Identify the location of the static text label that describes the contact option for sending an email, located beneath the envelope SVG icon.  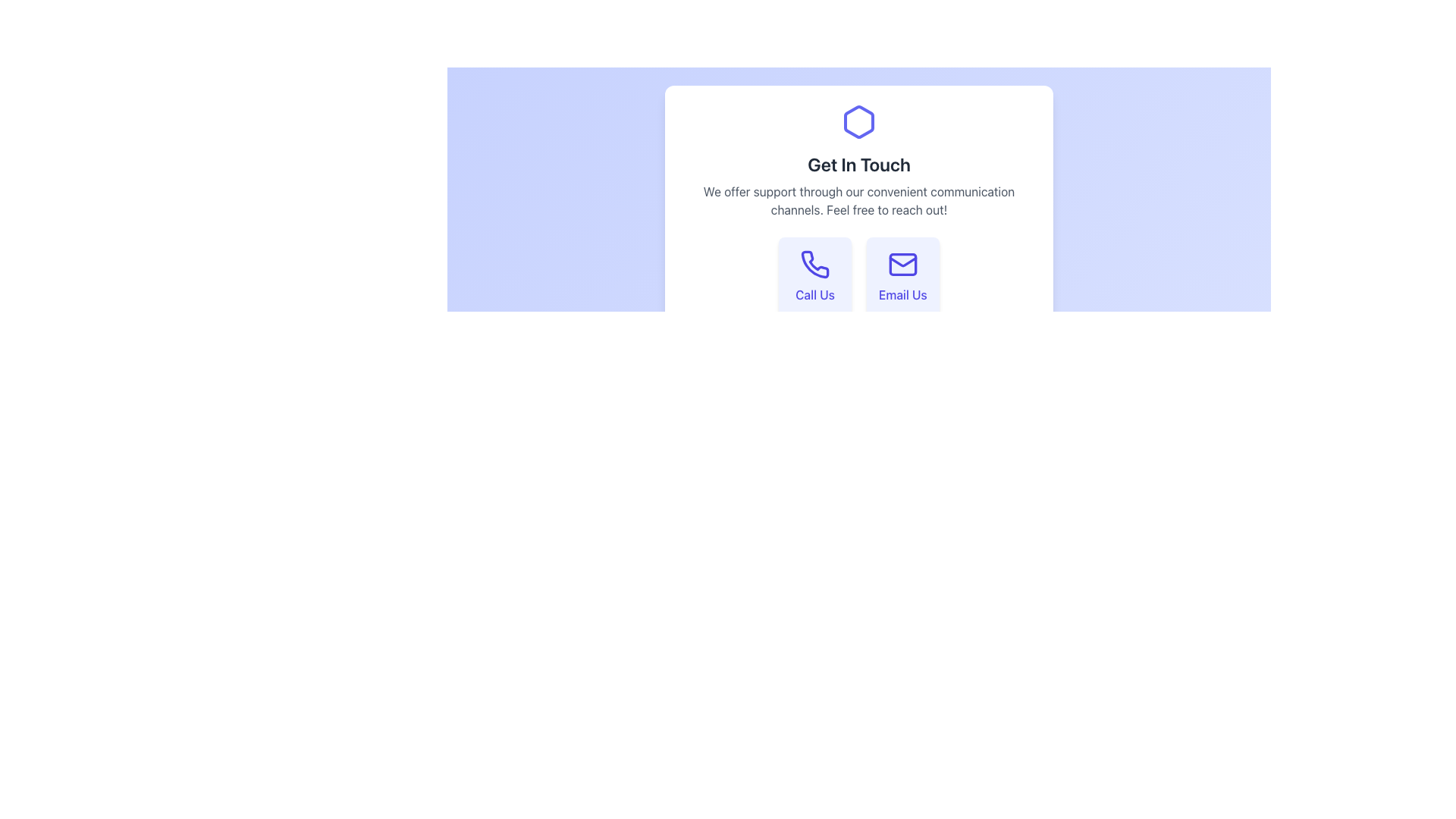
(902, 295).